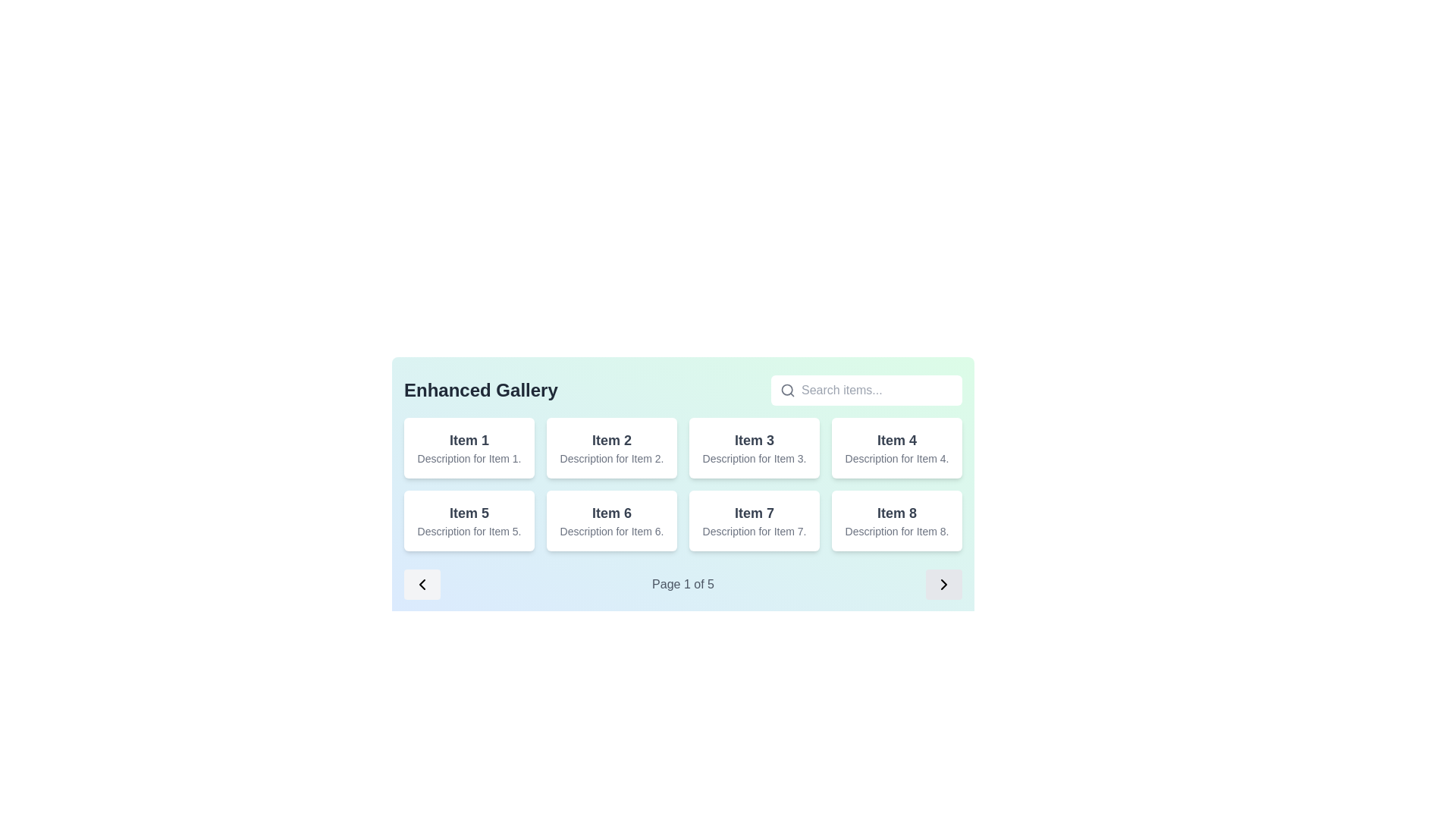 This screenshot has width=1456, height=819. I want to click on the informational card located at the beginning of the second row in the grid, which is the fifth card overall, so click(469, 519).